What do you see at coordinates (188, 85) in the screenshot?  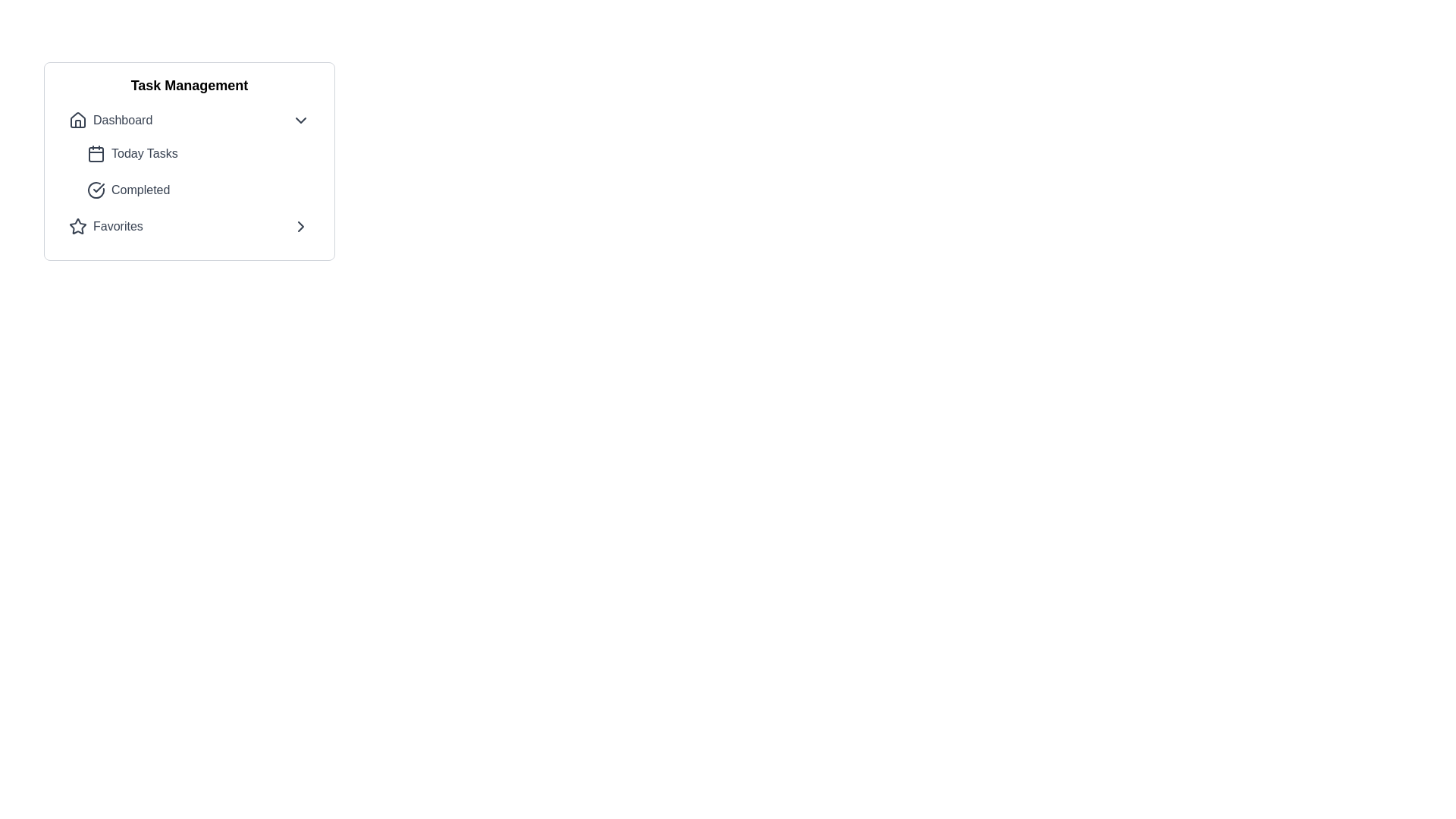 I see `the Header/Title text that serves as the title for the task management section, which is centered horizontally at the top of the white card layout` at bounding box center [188, 85].